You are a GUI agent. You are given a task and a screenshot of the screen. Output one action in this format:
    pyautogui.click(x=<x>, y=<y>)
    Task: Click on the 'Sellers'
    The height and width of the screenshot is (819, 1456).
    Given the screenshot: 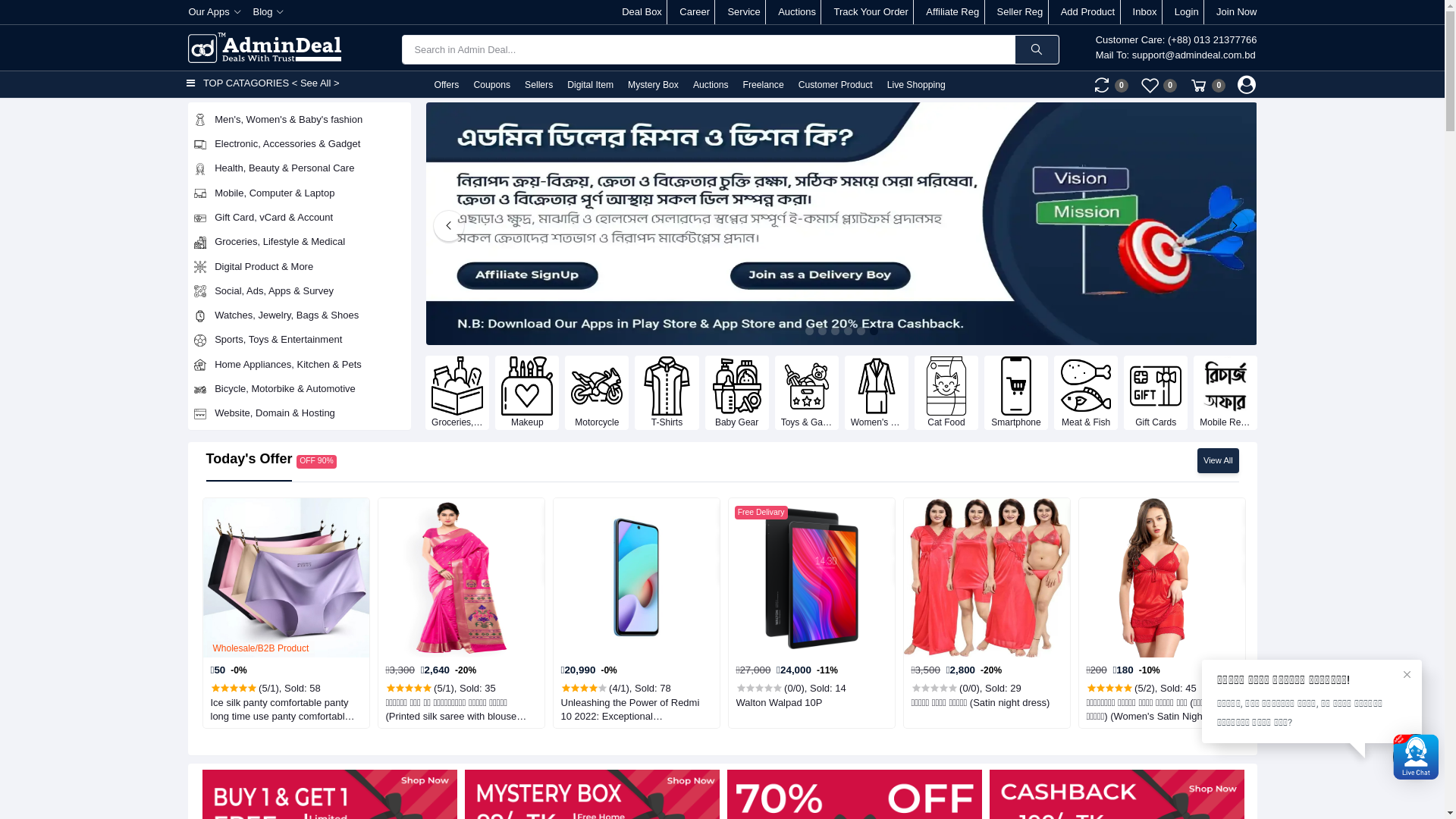 What is the action you would take?
    pyautogui.click(x=538, y=84)
    